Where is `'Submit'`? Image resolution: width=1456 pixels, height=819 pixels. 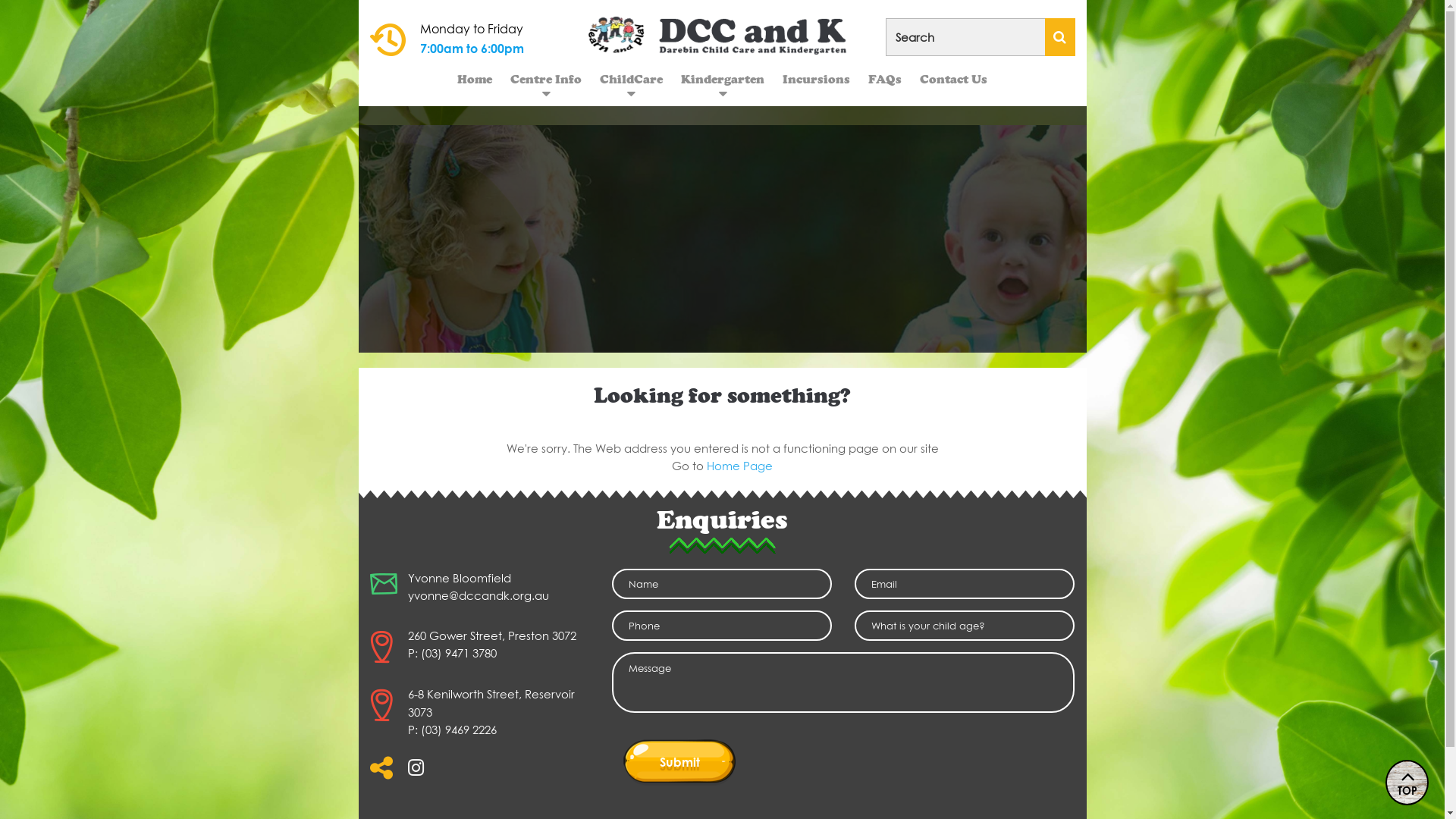
'Submit' is located at coordinates (623, 761).